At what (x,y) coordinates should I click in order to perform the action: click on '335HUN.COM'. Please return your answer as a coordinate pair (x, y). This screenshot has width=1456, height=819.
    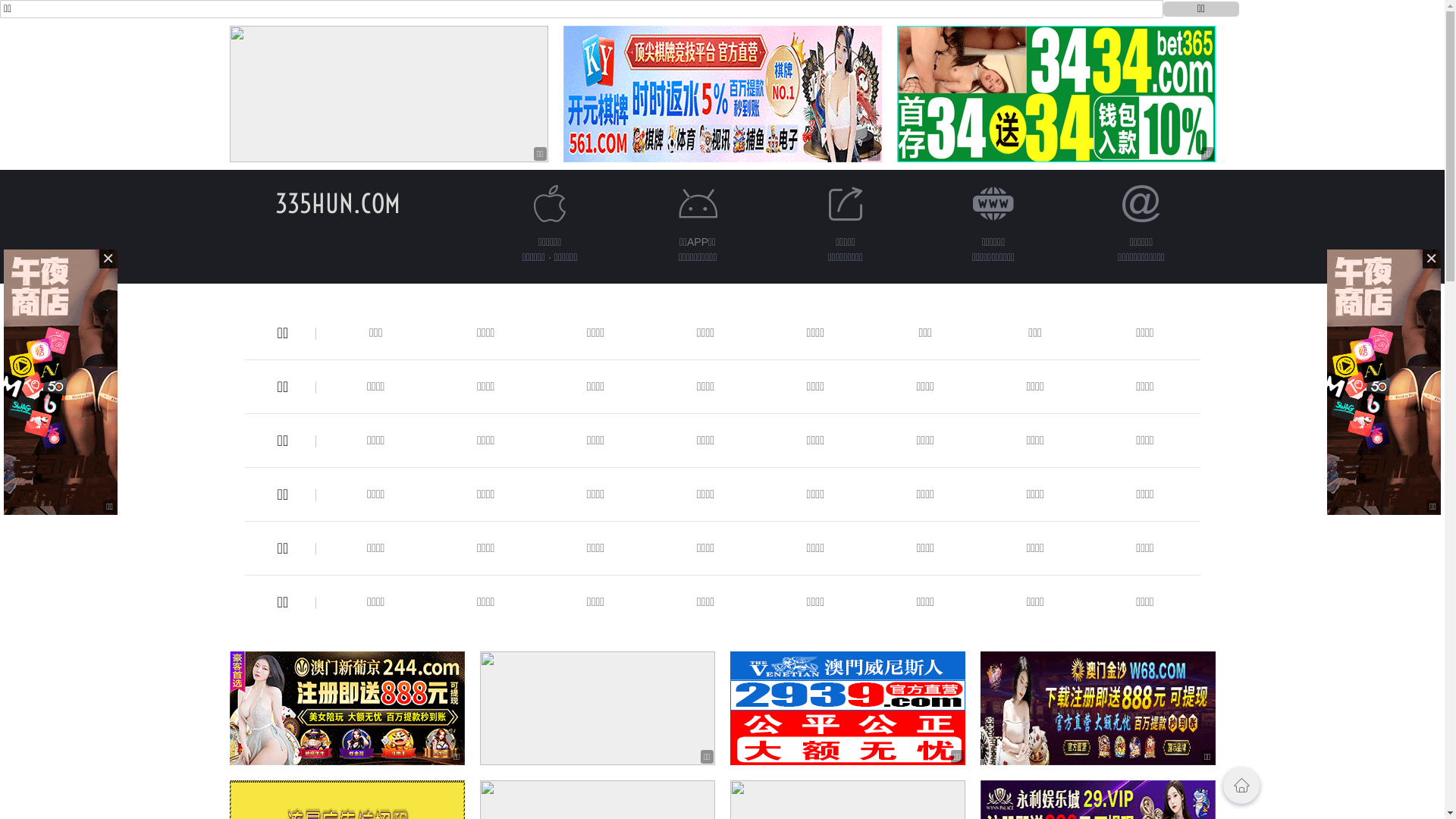
    Looking at the image, I should click on (337, 202).